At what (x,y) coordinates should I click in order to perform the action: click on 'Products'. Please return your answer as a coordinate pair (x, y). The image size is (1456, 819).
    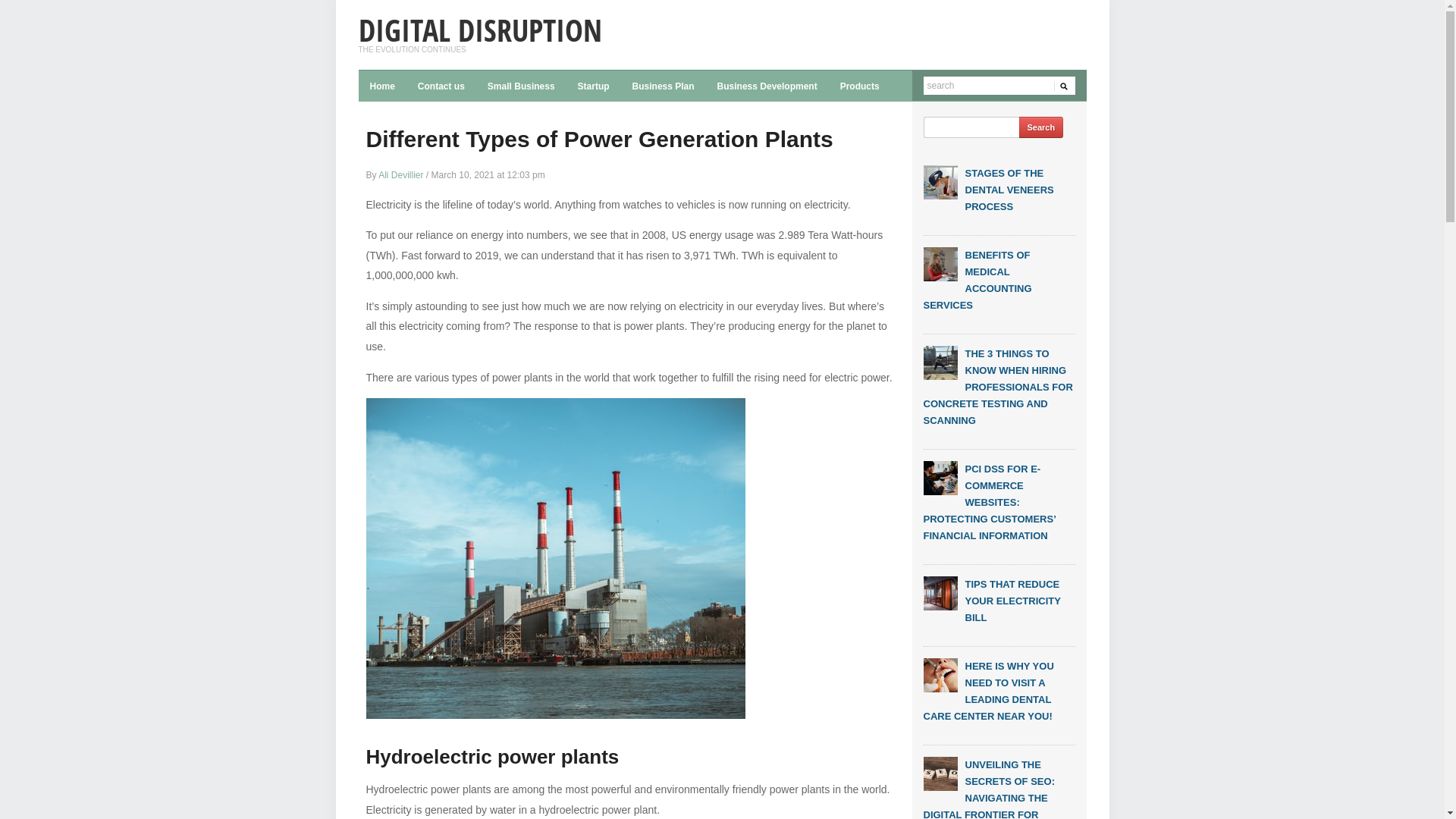
    Looking at the image, I should click on (828, 85).